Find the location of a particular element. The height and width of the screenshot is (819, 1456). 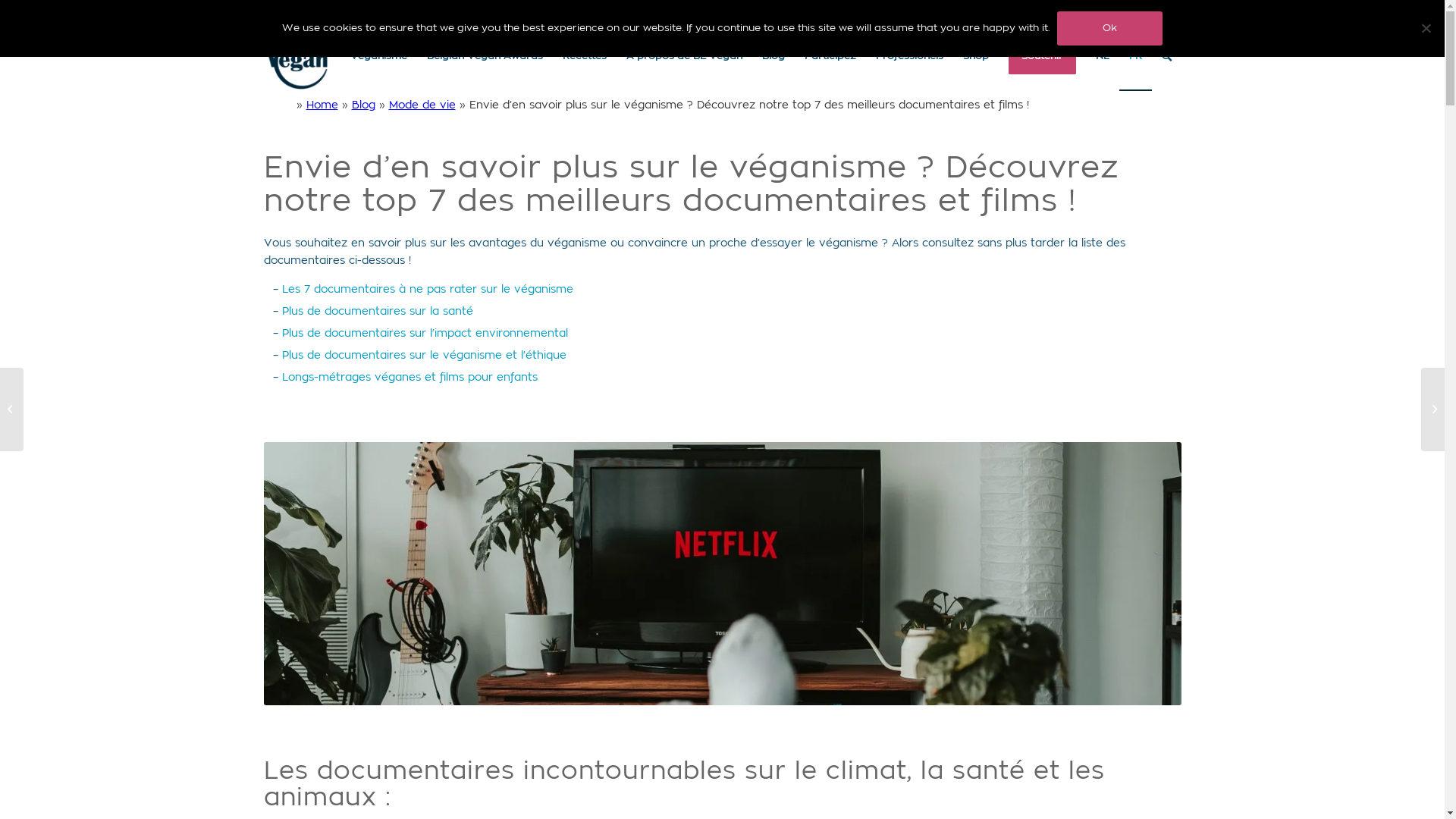

'A propos de BE Vegan' is located at coordinates (682, 55).